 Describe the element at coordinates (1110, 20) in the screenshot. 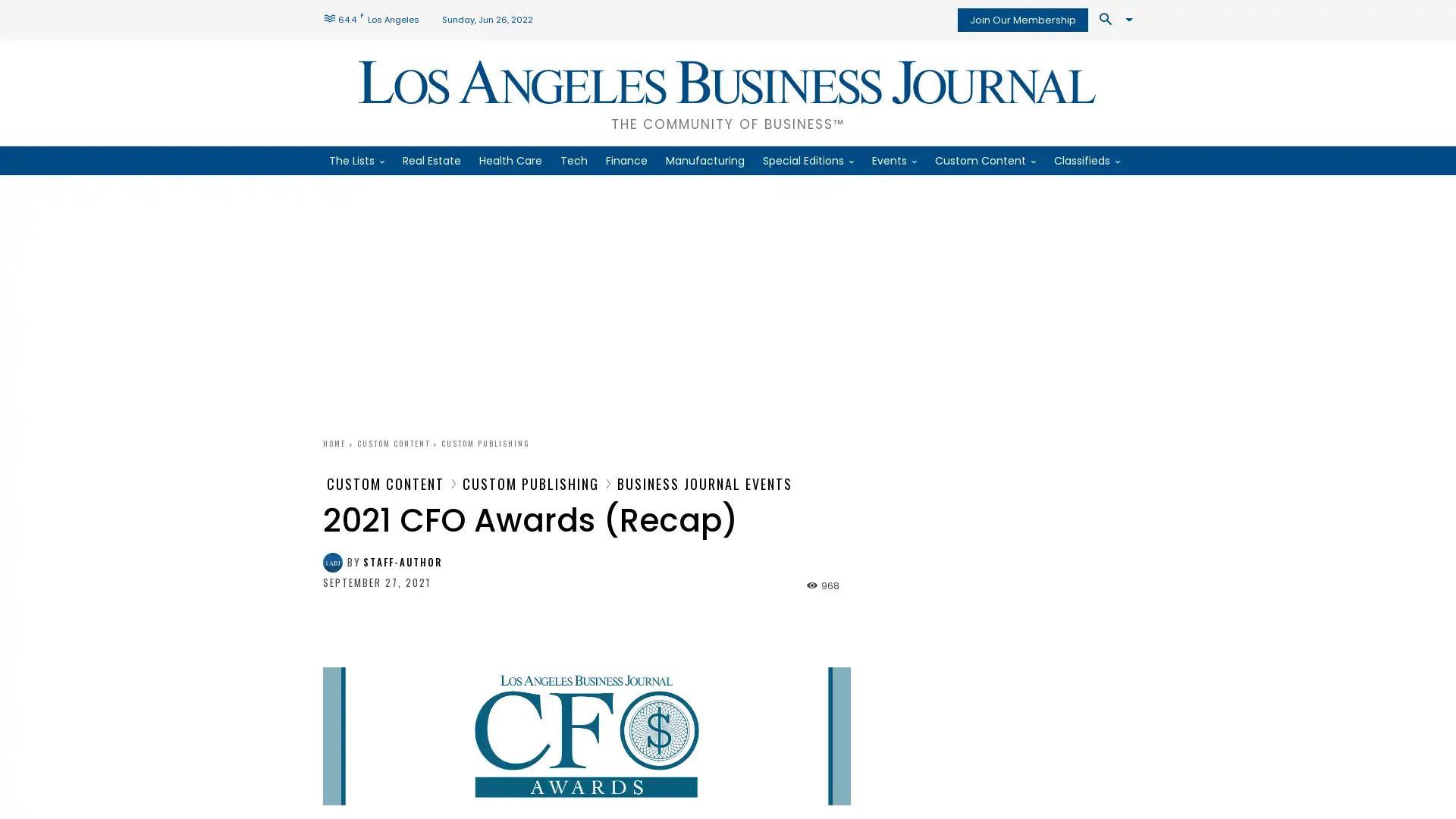

I see `Search` at that location.